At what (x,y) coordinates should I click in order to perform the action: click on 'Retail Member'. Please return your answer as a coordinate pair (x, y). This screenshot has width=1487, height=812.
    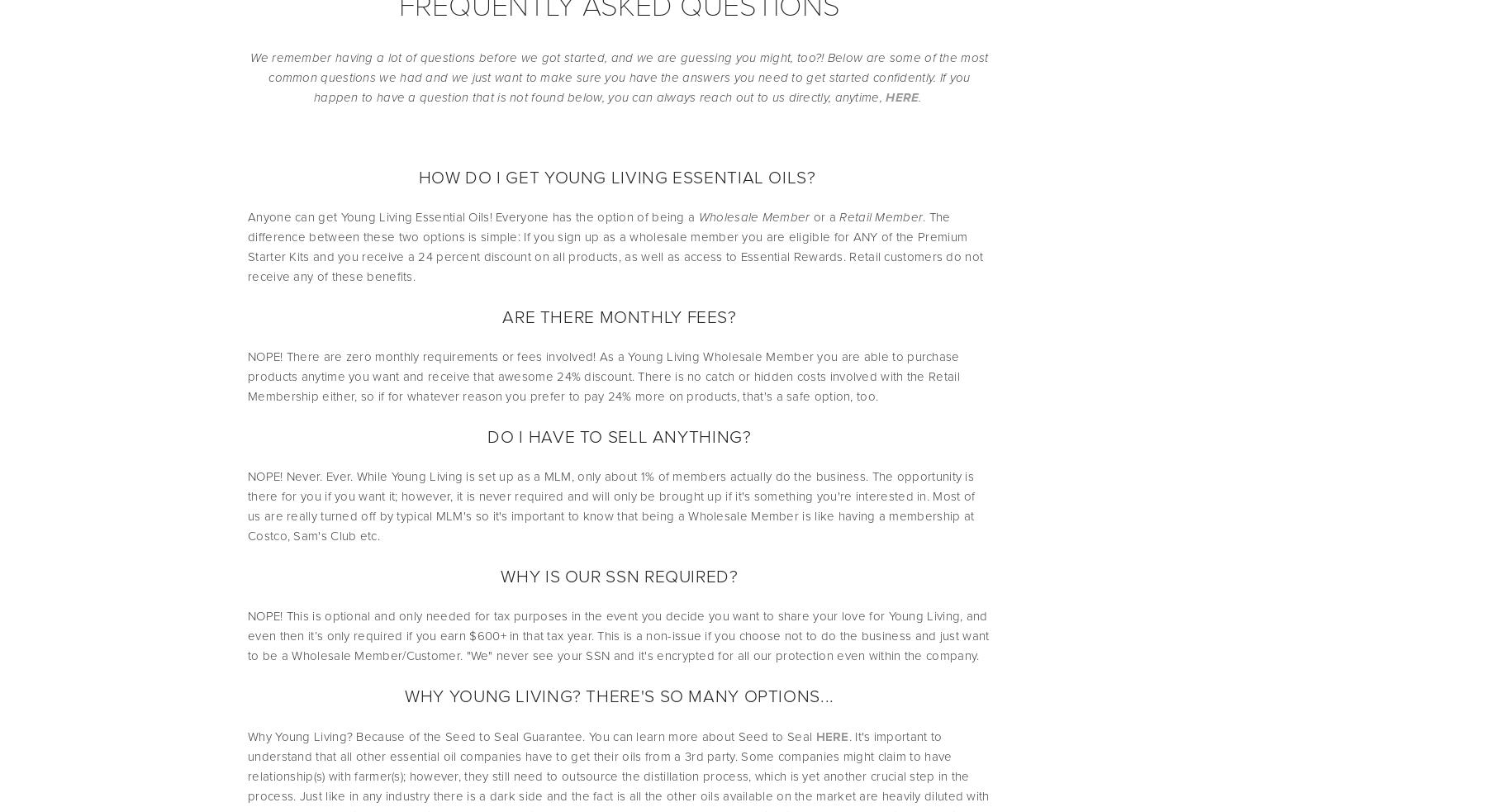
    Looking at the image, I should click on (881, 216).